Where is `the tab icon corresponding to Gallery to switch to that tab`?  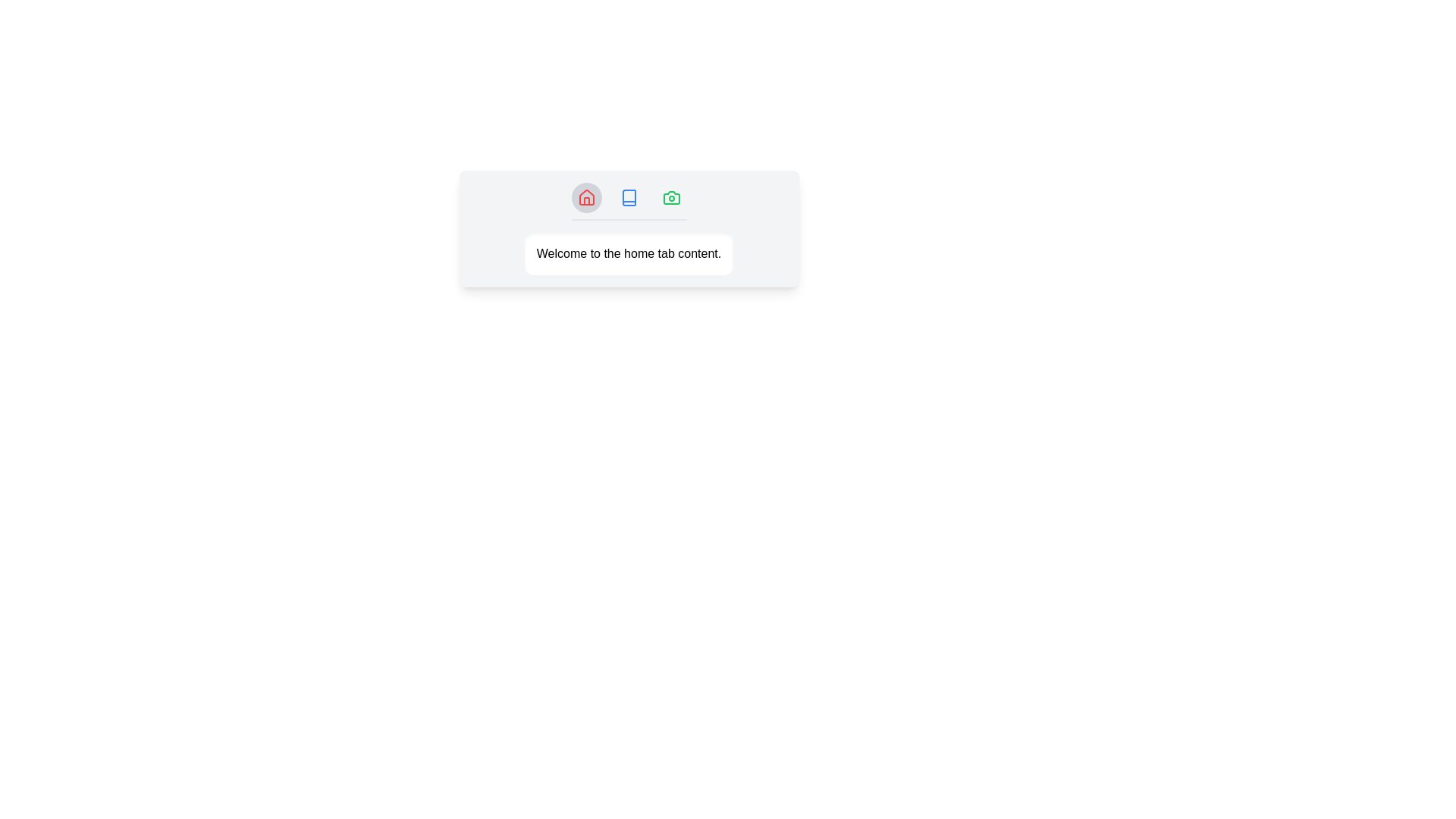
the tab icon corresponding to Gallery to switch to that tab is located at coordinates (670, 197).